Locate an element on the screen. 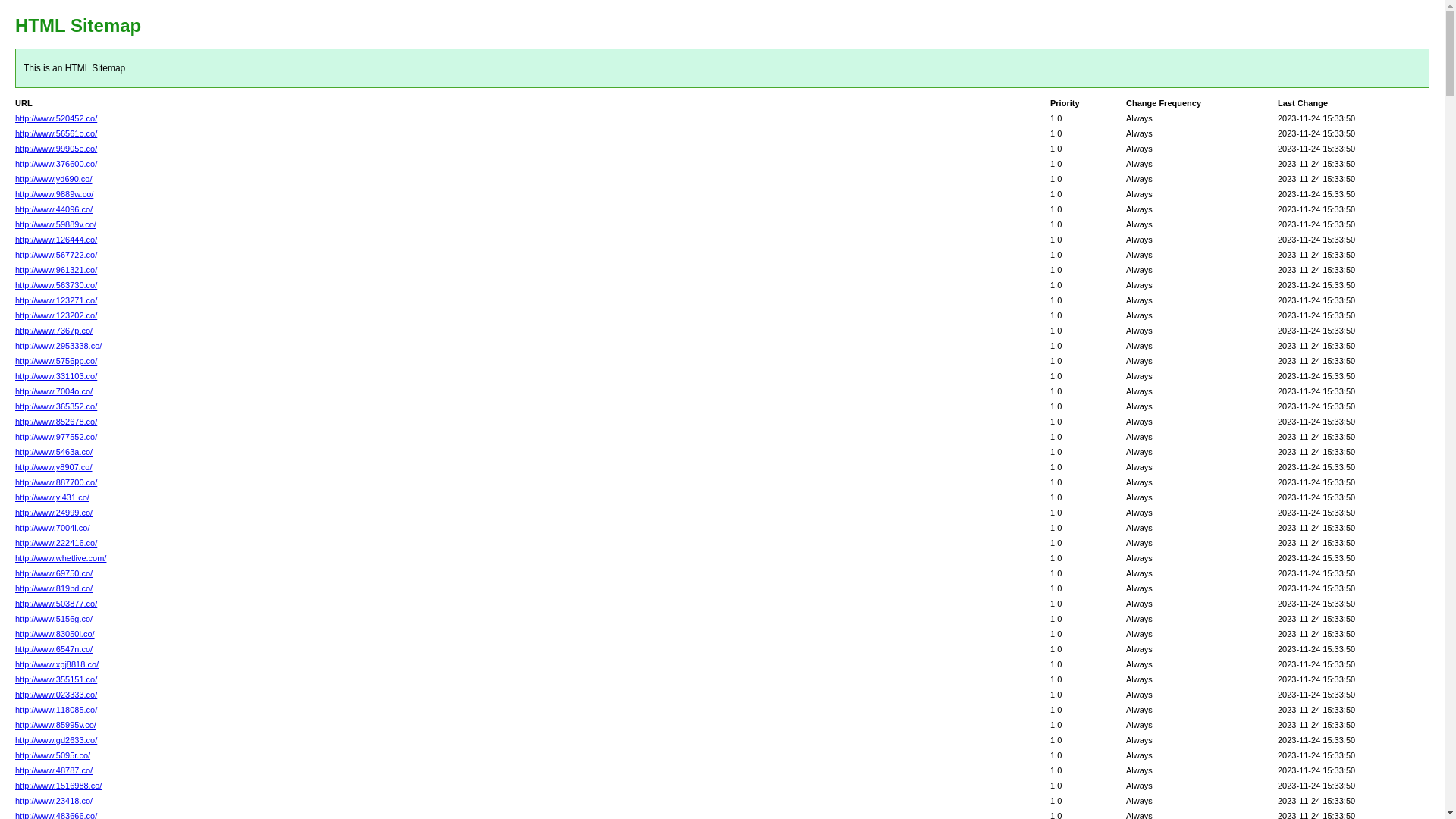  'http://www.xpj8818.co/' is located at coordinates (57, 663).